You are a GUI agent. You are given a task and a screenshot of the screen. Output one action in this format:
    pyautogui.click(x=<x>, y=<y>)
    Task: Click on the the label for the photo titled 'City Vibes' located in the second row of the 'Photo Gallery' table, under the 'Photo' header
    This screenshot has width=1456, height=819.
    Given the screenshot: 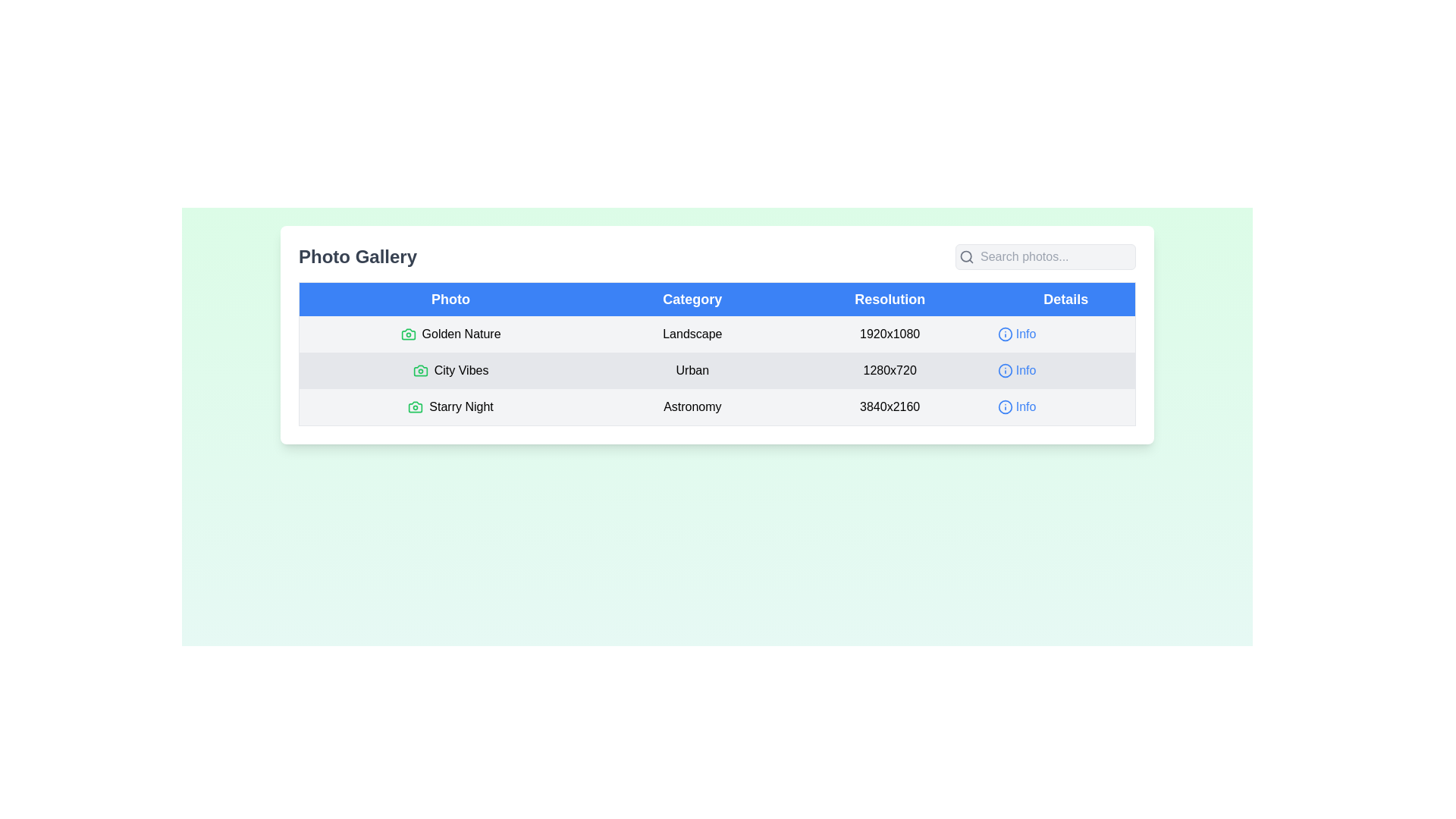 What is the action you would take?
    pyautogui.click(x=450, y=371)
    